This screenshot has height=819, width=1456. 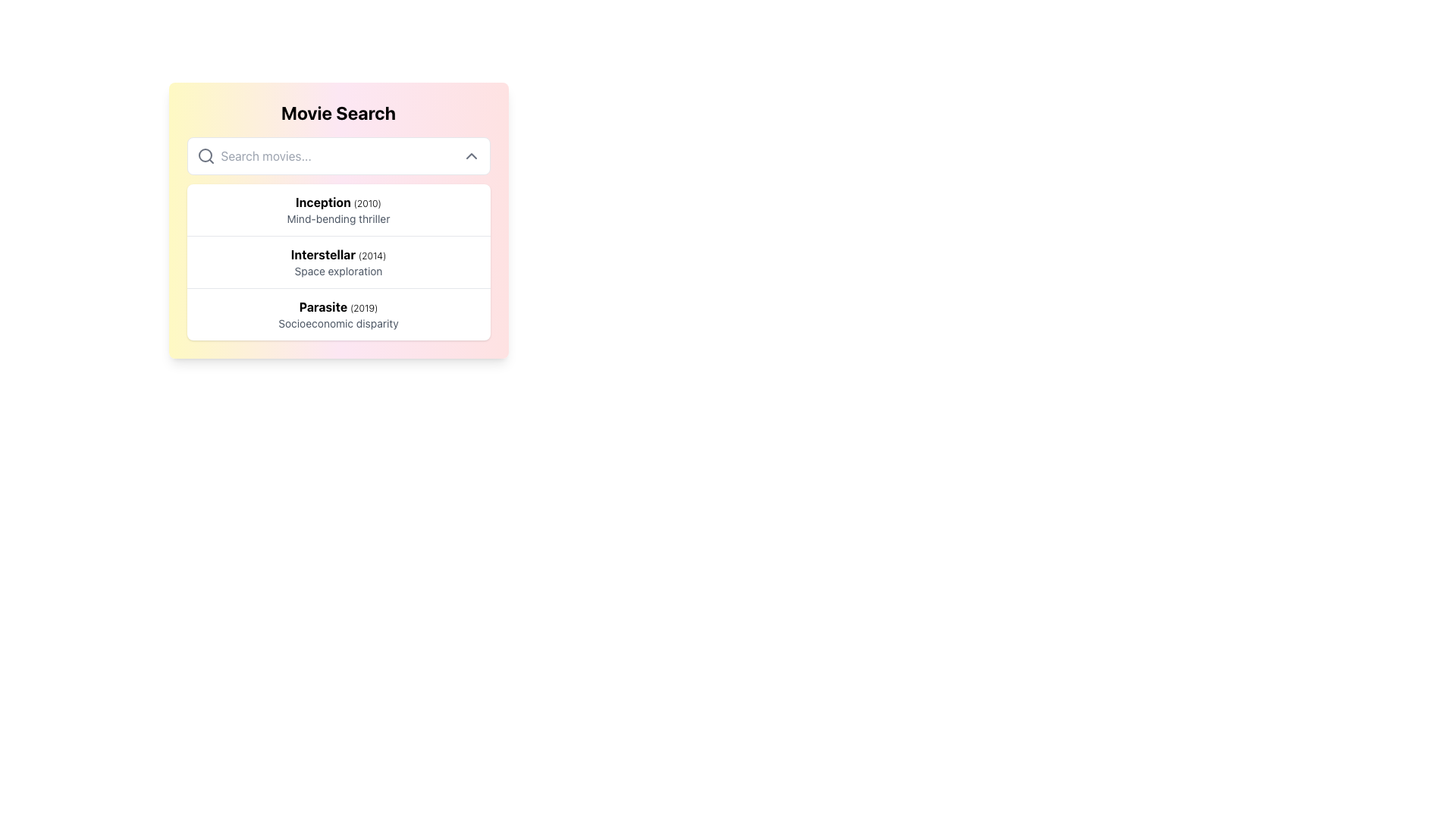 I want to click on the Text Label displaying '(2019)' which is positioned immediately to the right of the bold 'Parasite' text, part of the combined text 'Parasite (2019)' in the Movie Search list, so click(x=364, y=307).